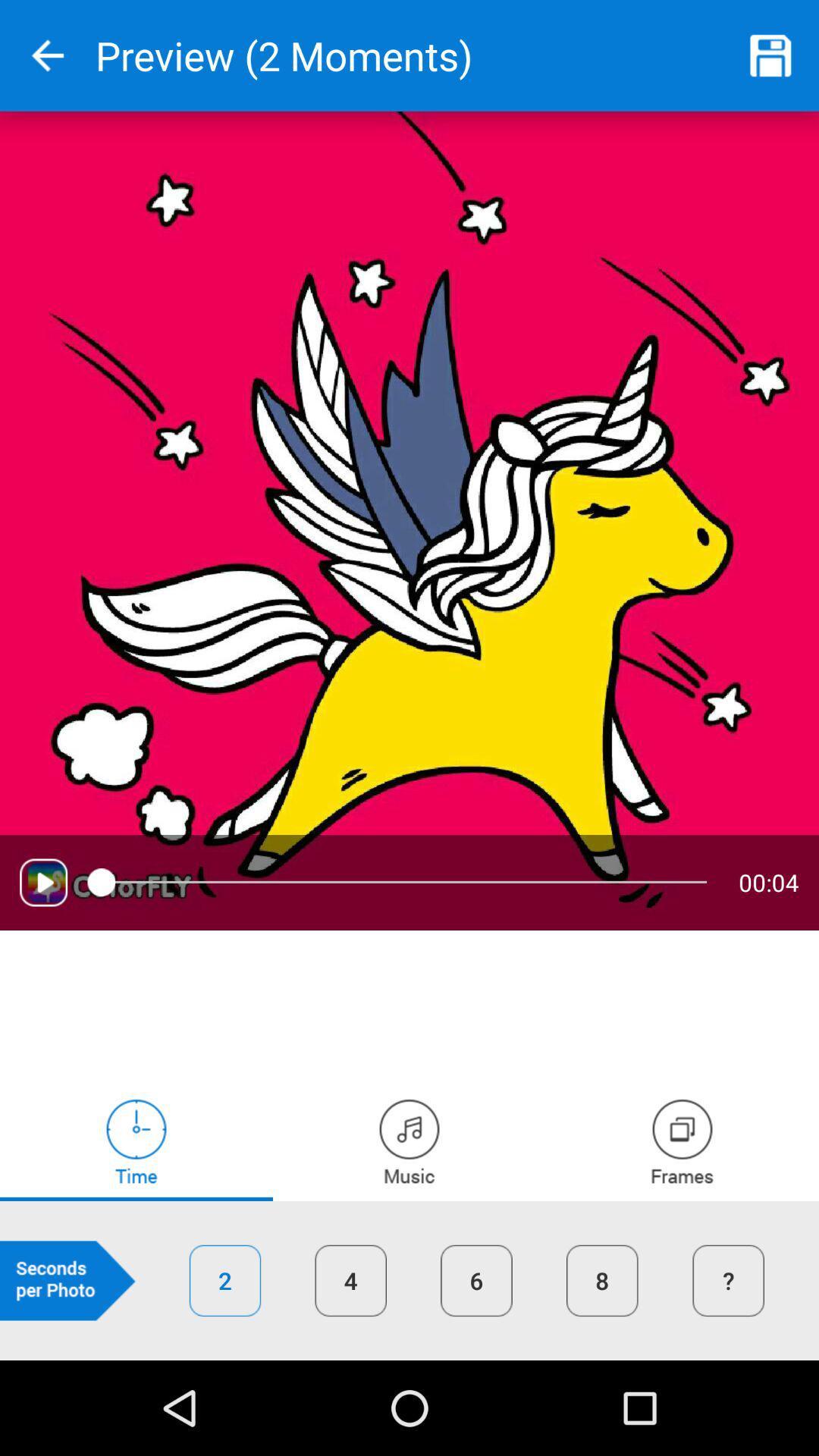 The height and width of the screenshot is (1456, 819). What do you see at coordinates (409, 1141) in the screenshot?
I see `the microphone icon` at bounding box center [409, 1141].